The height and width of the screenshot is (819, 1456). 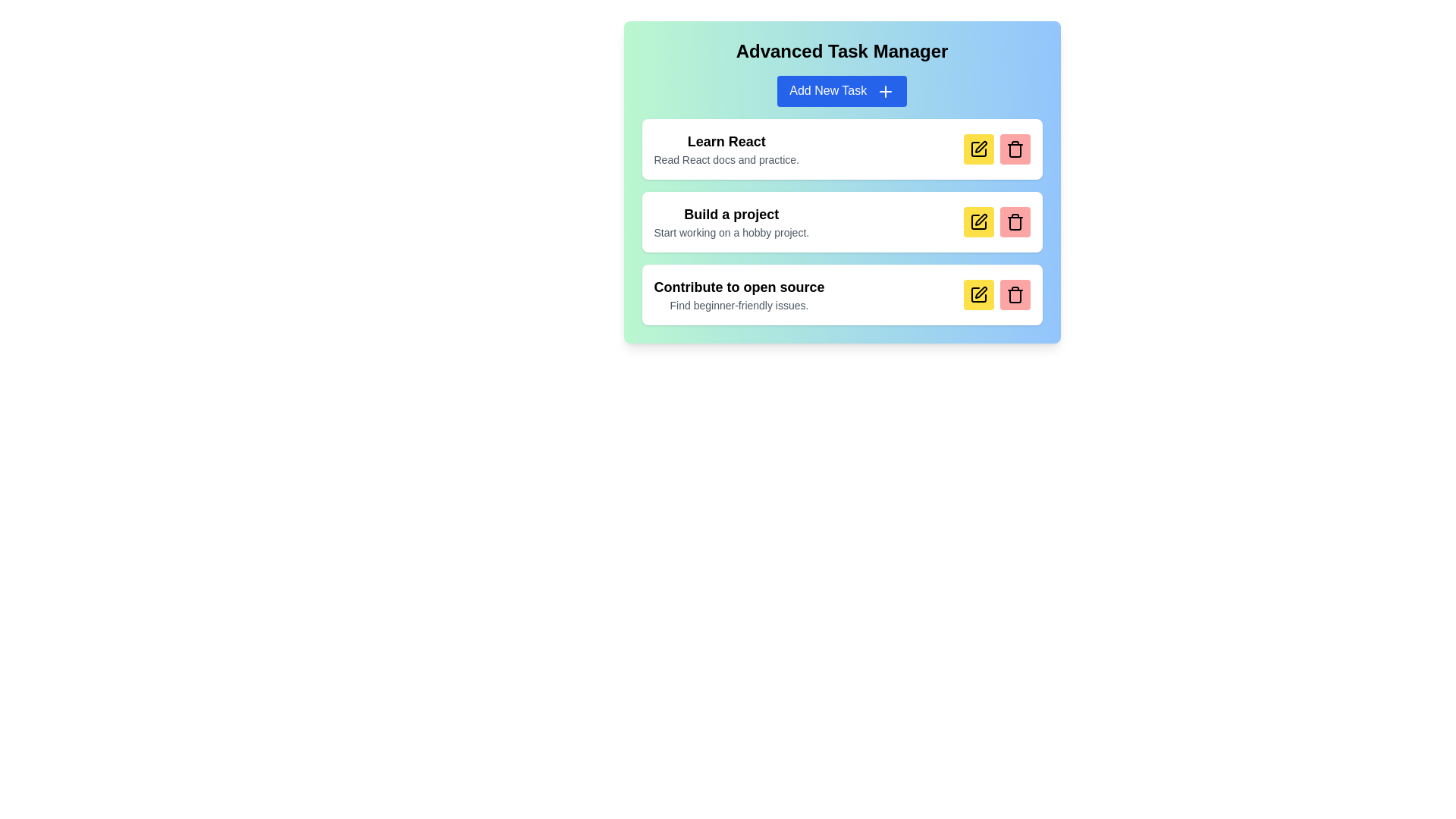 I want to click on edit button for the task titled Build a project, so click(x=978, y=221).